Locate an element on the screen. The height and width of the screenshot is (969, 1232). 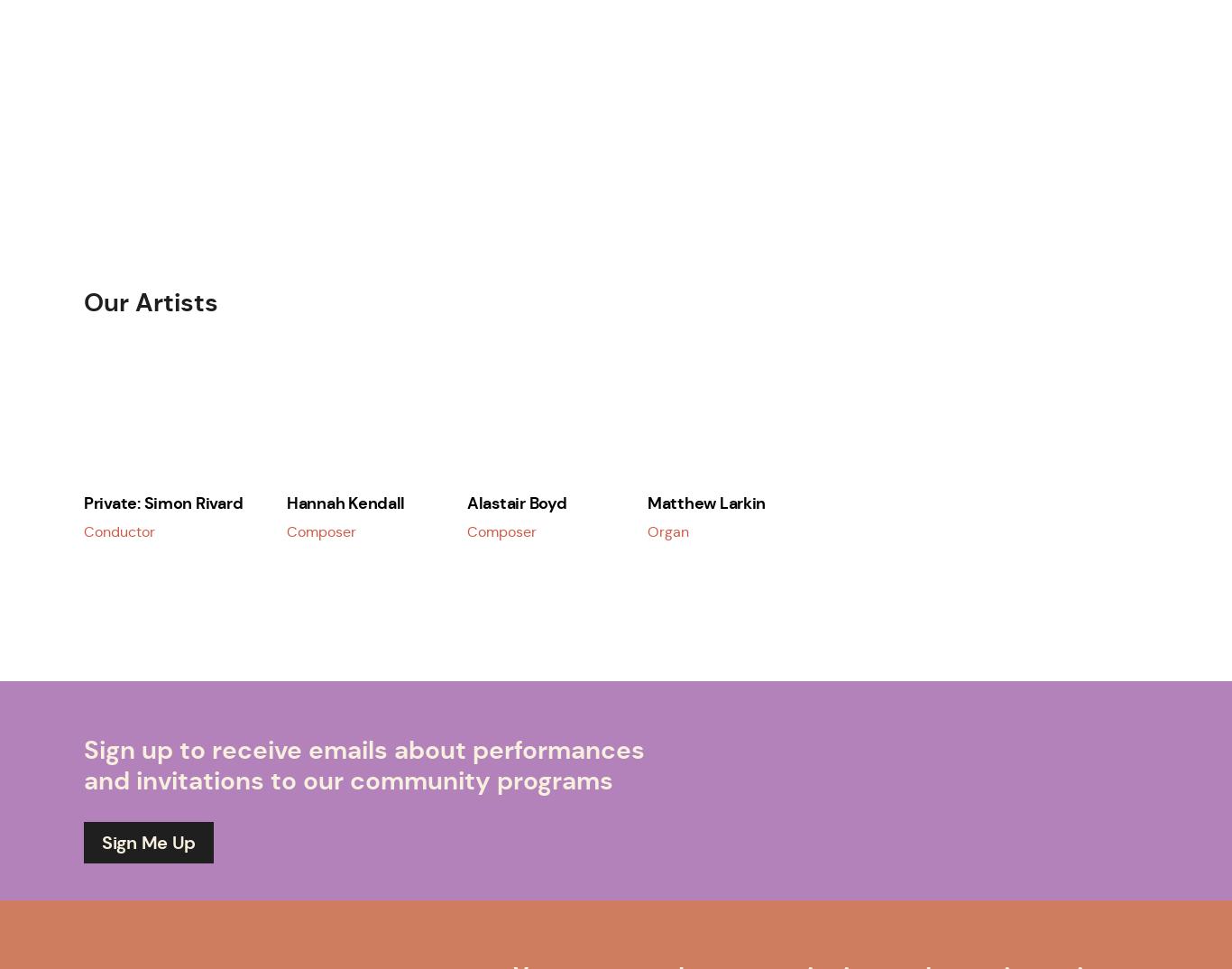
'Hannah Kendall' is located at coordinates (287, 501).